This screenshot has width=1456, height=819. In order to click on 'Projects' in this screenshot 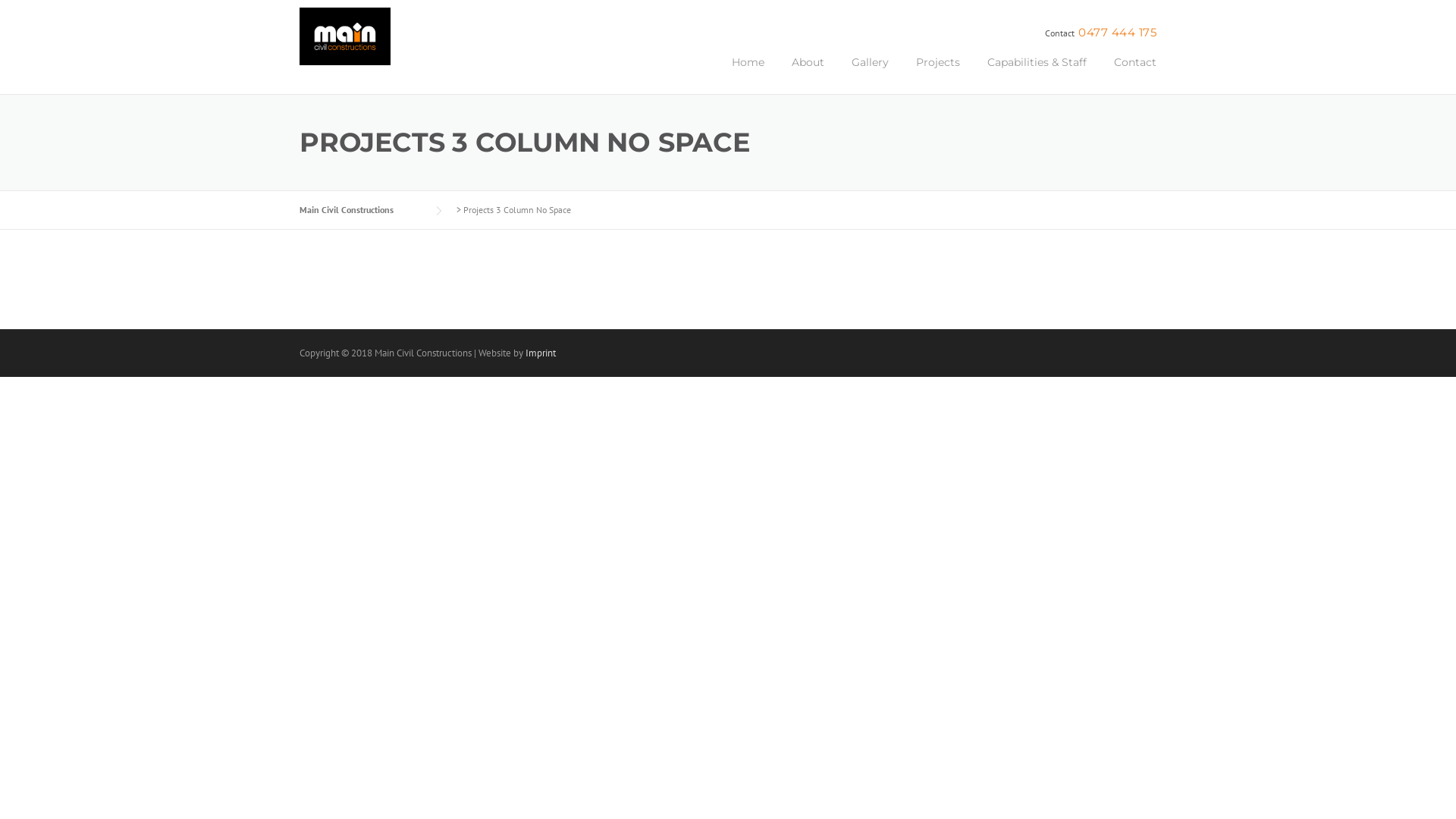, I will do `click(937, 73)`.